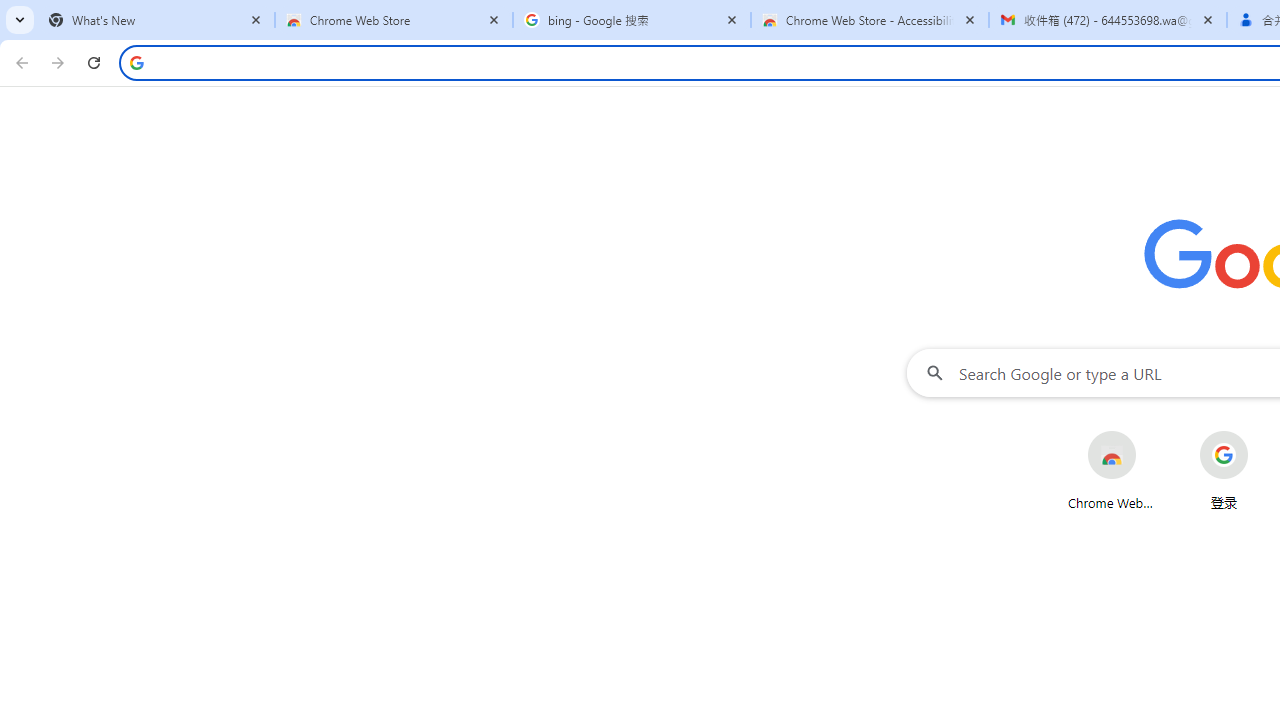 This screenshot has width=1280, height=720. I want to click on 'Chrome Web Store', so click(1110, 470).